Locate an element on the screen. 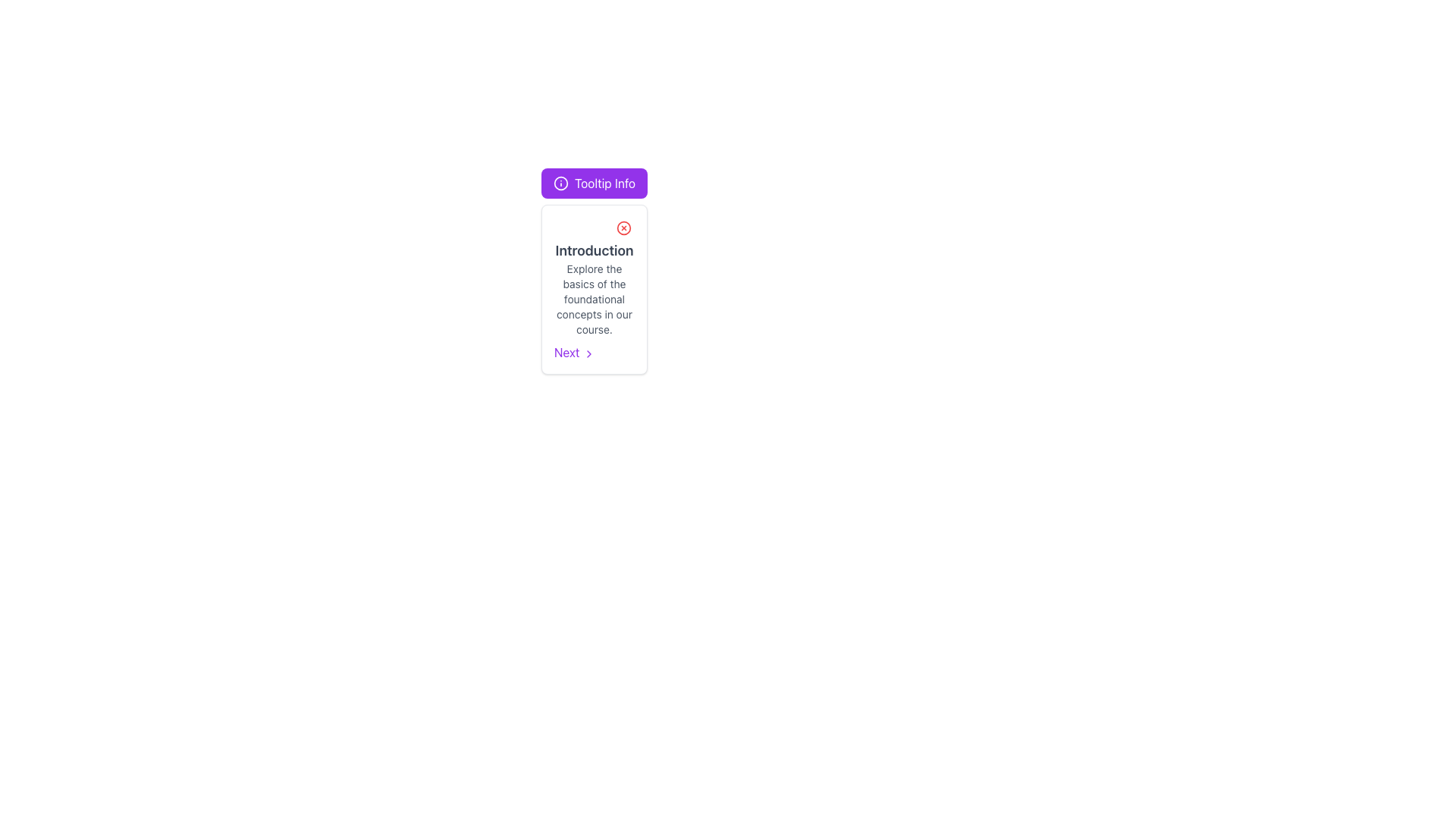  the navigation button located at the bottom-right part of the white card component containing an 'Introduction' title to trigger a visual response is located at coordinates (593, 353).